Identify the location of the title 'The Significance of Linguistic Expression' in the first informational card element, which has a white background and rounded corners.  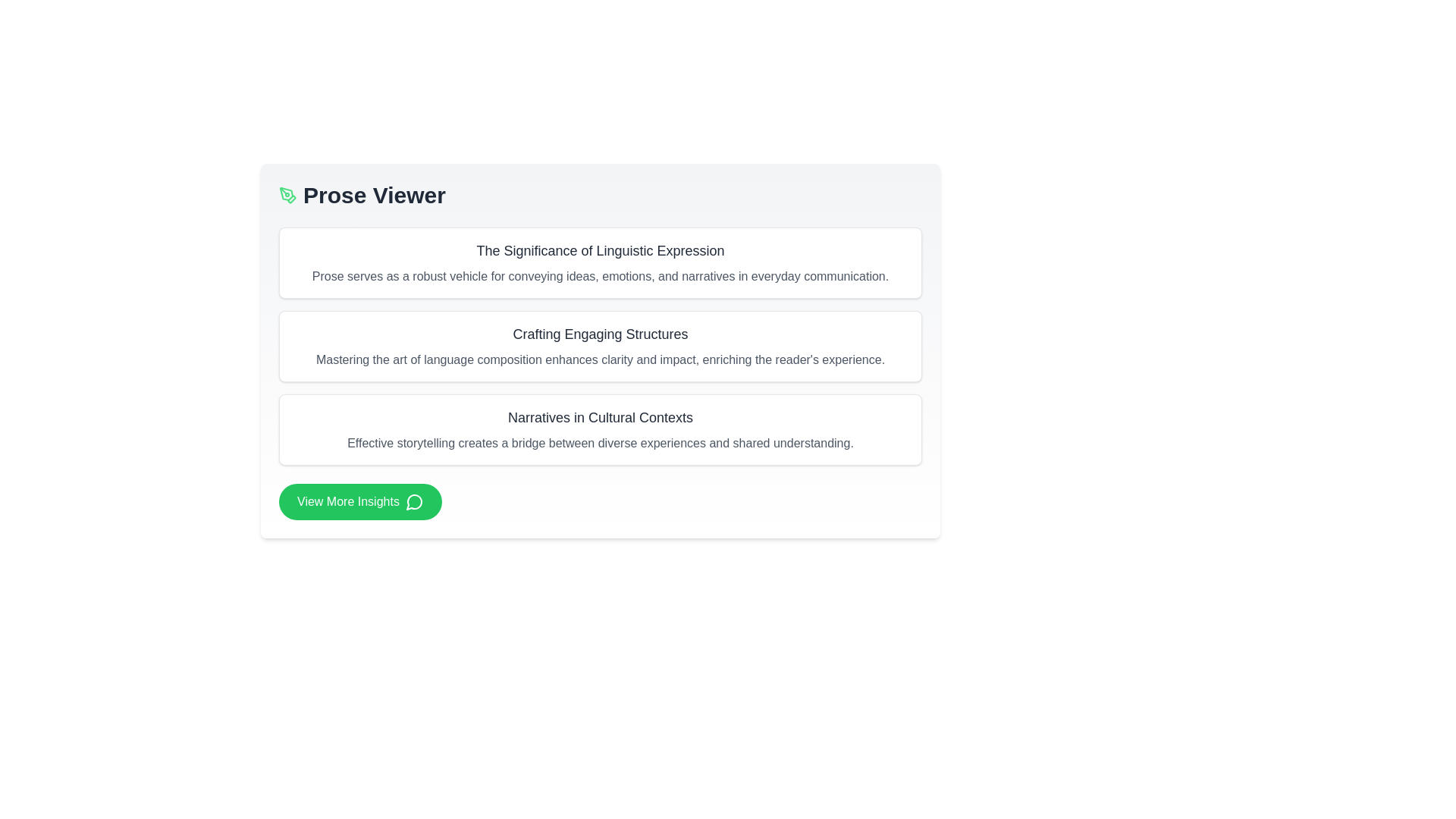
(600, 262).